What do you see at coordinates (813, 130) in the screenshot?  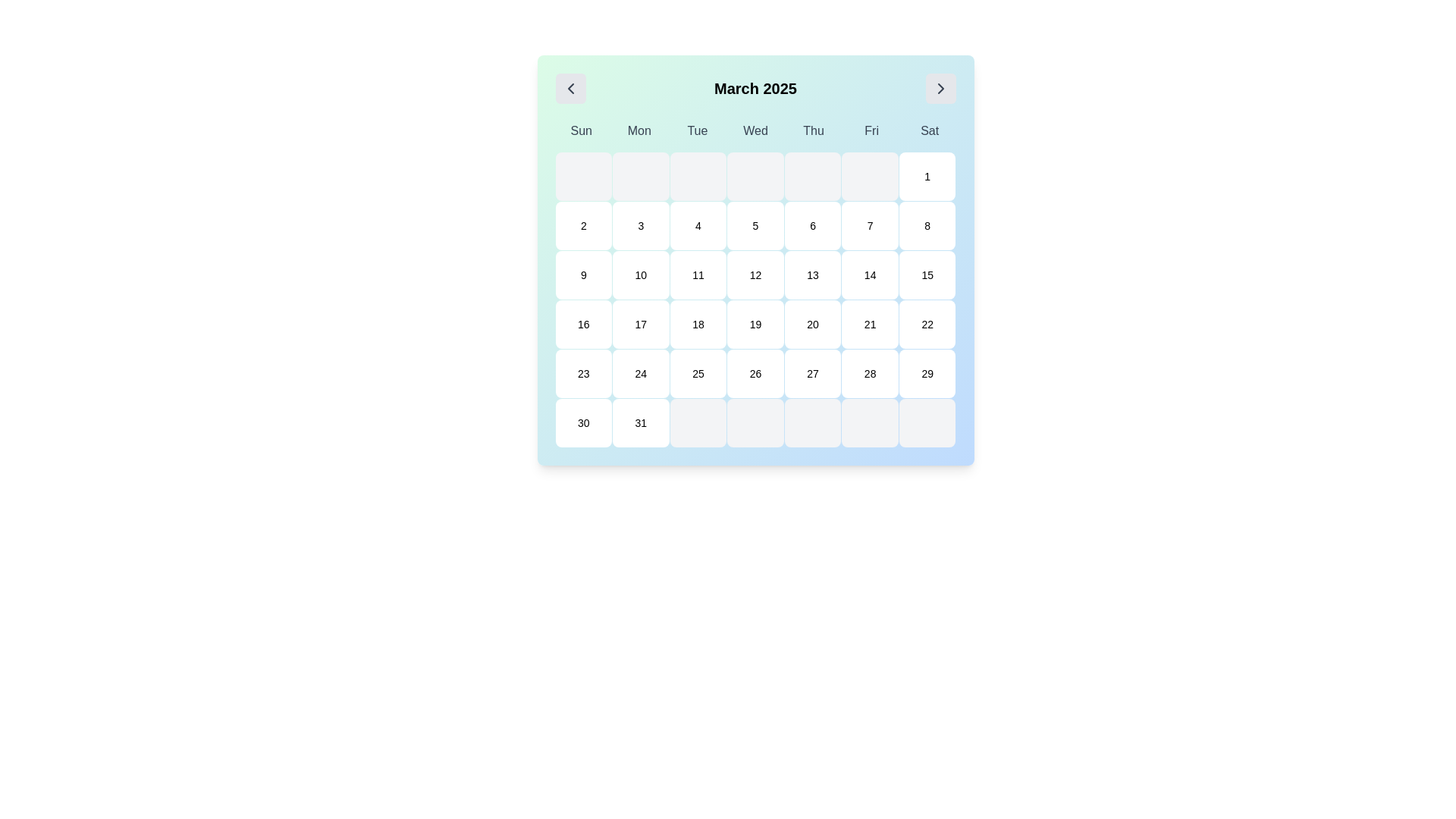 I see `the 'Thu' label, which is the fifth element in a grid of day abbreviations, displayed in bold dark gray text` at bounding box center [813, 130].